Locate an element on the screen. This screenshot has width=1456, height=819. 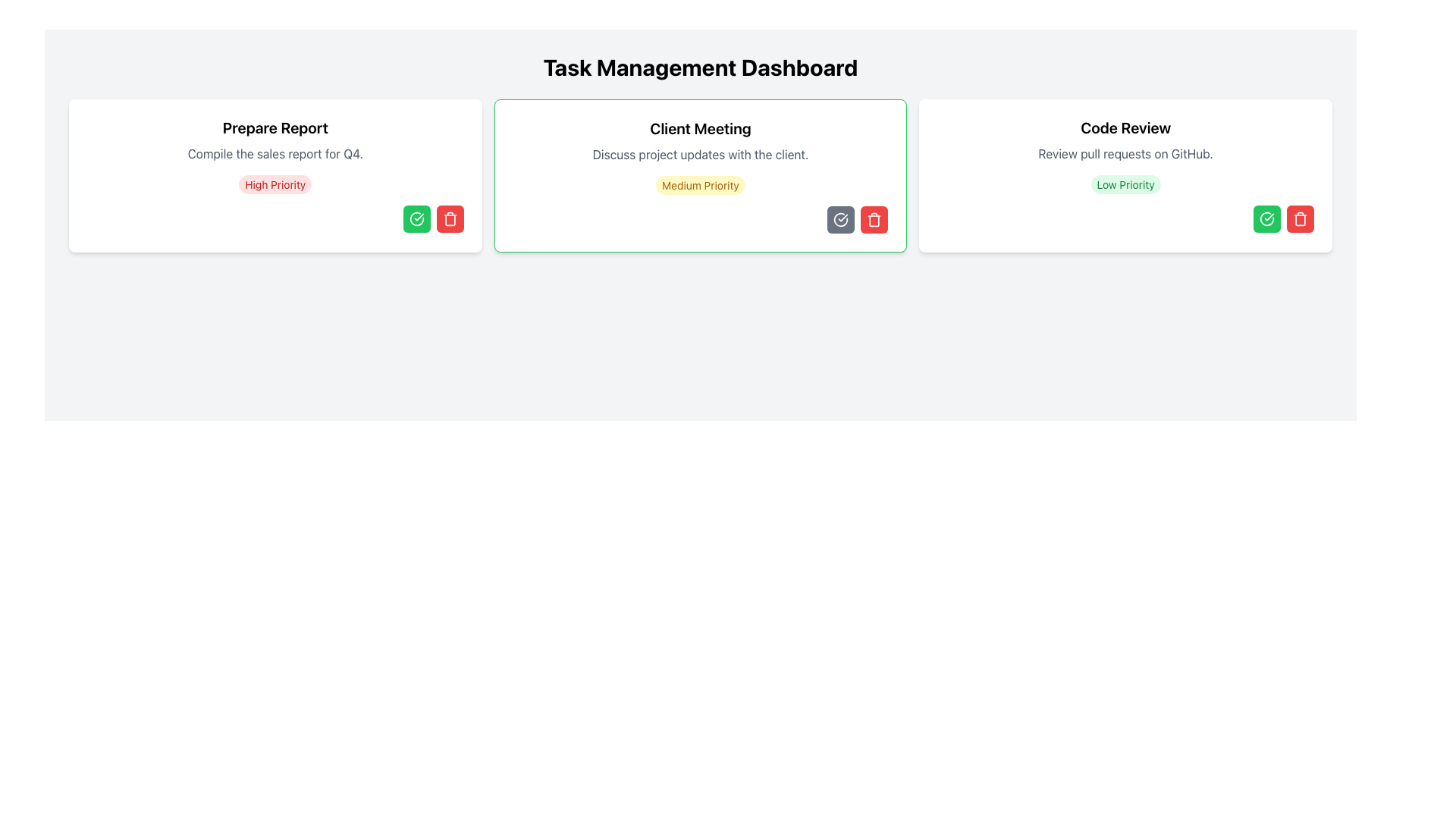
the confirmation button located at the bottom-right of the 'Client Meeting' card is located at coordinates (840, 219).